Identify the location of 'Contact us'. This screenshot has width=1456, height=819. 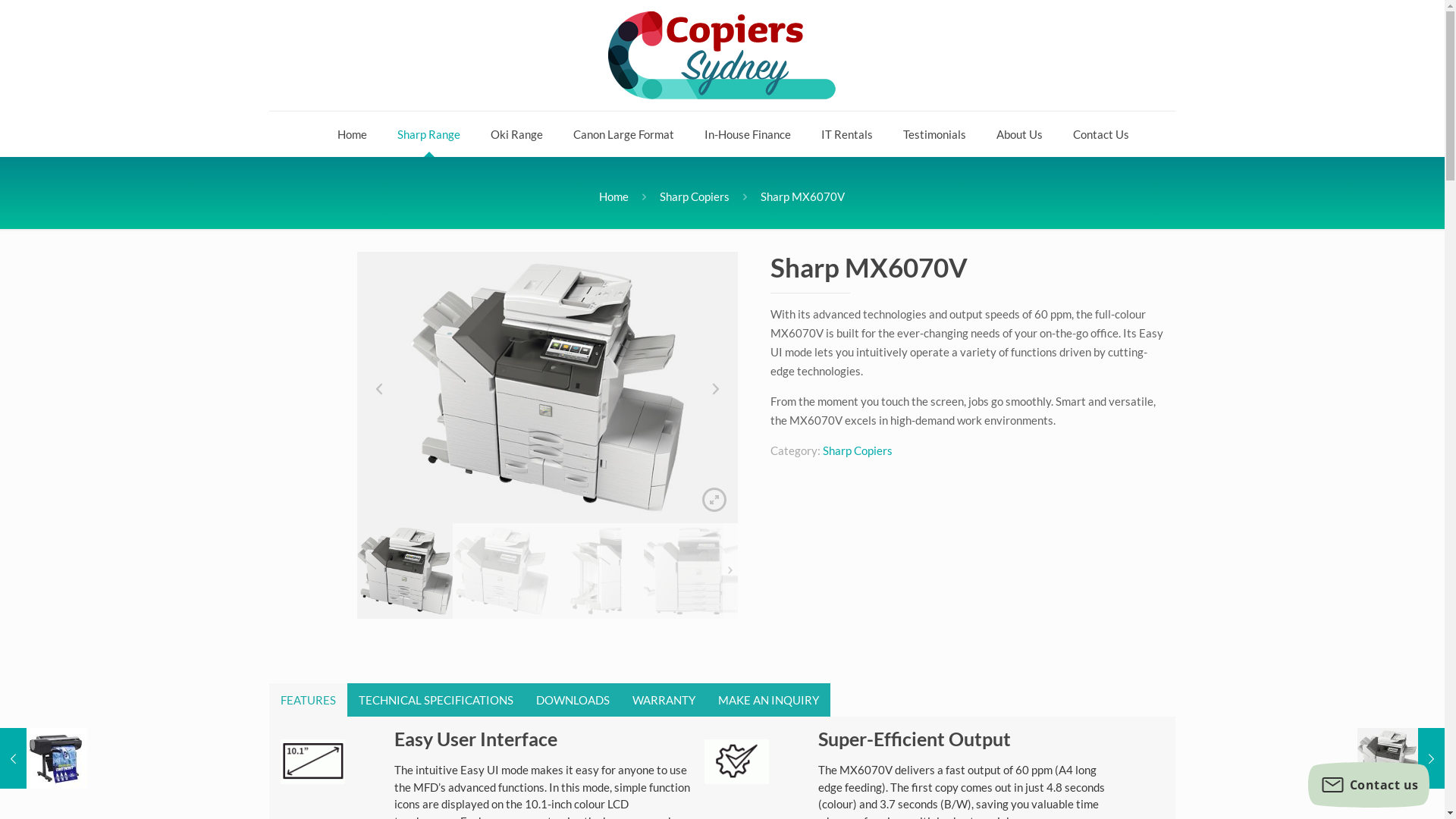
(1368, 784).